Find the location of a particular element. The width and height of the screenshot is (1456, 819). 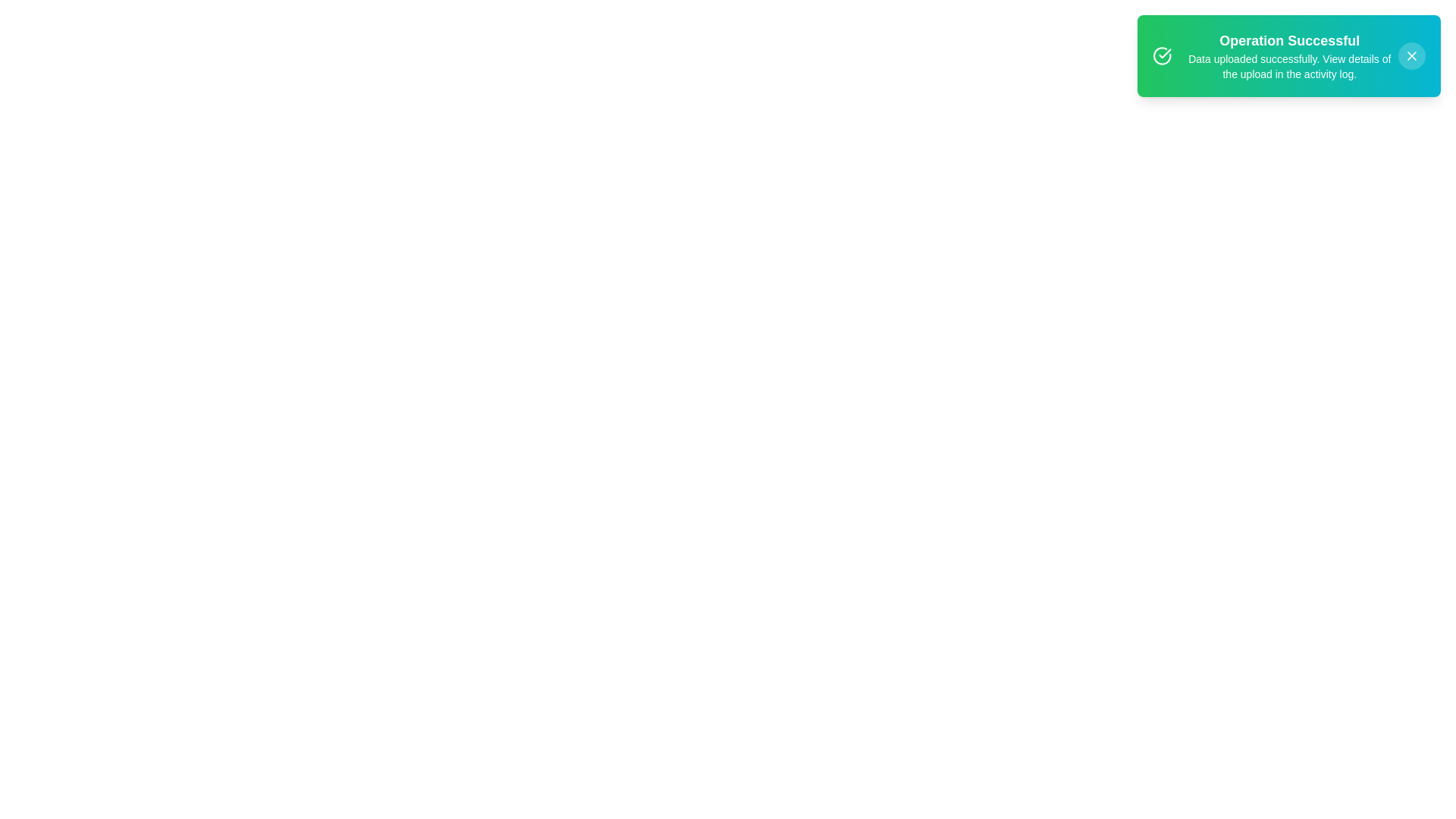

the circular icon with a checkmark in the center, which has a green background and white stroke, located within the notification box next to the text 'Operation Successful' is located at coordinates (1161, 55).